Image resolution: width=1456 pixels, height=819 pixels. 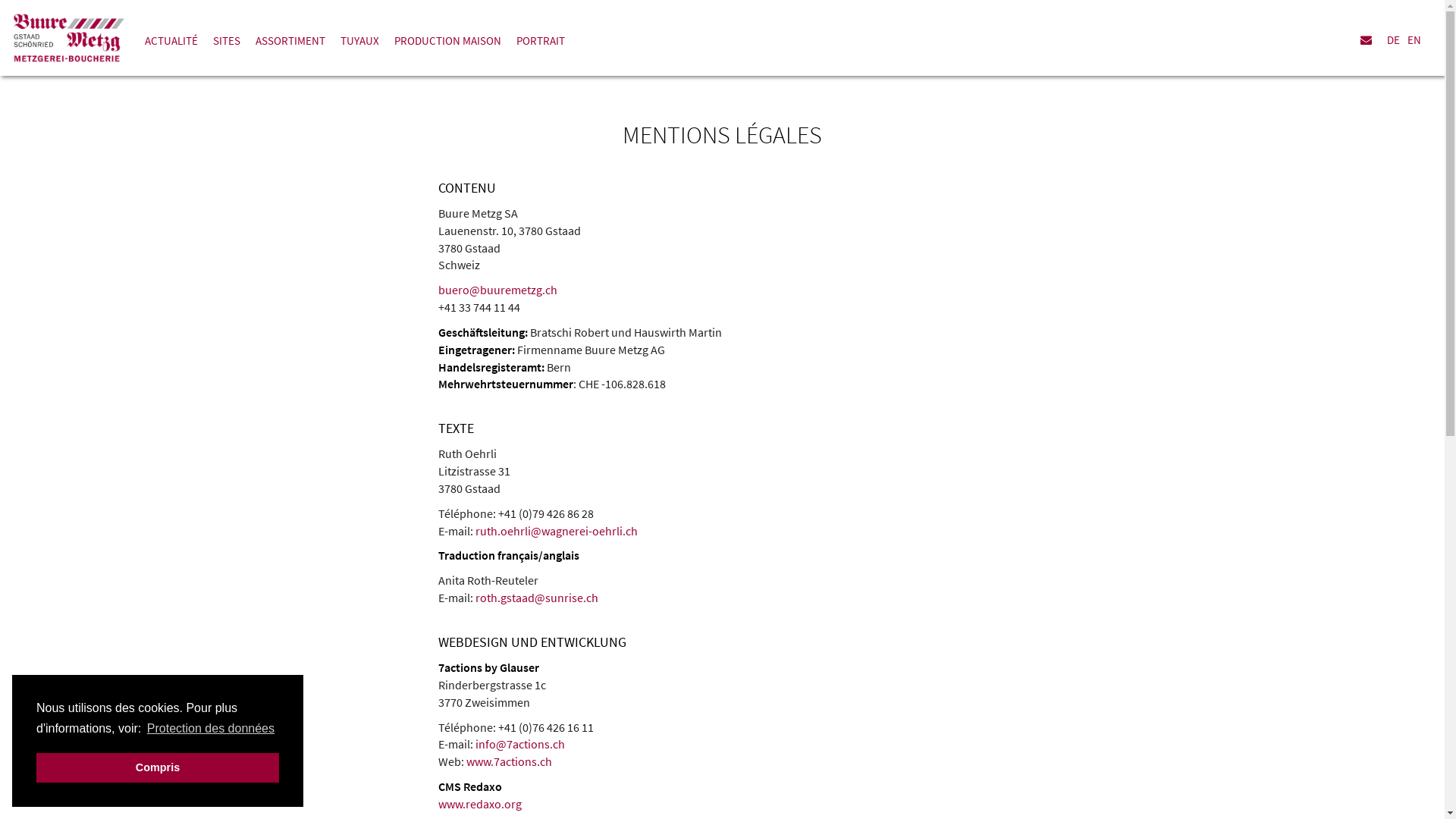 What do you see at coordinates (497, 289) in the screenshot?
I see `'buero@buuremetzg.ch'` at bounding box center [497, 289].